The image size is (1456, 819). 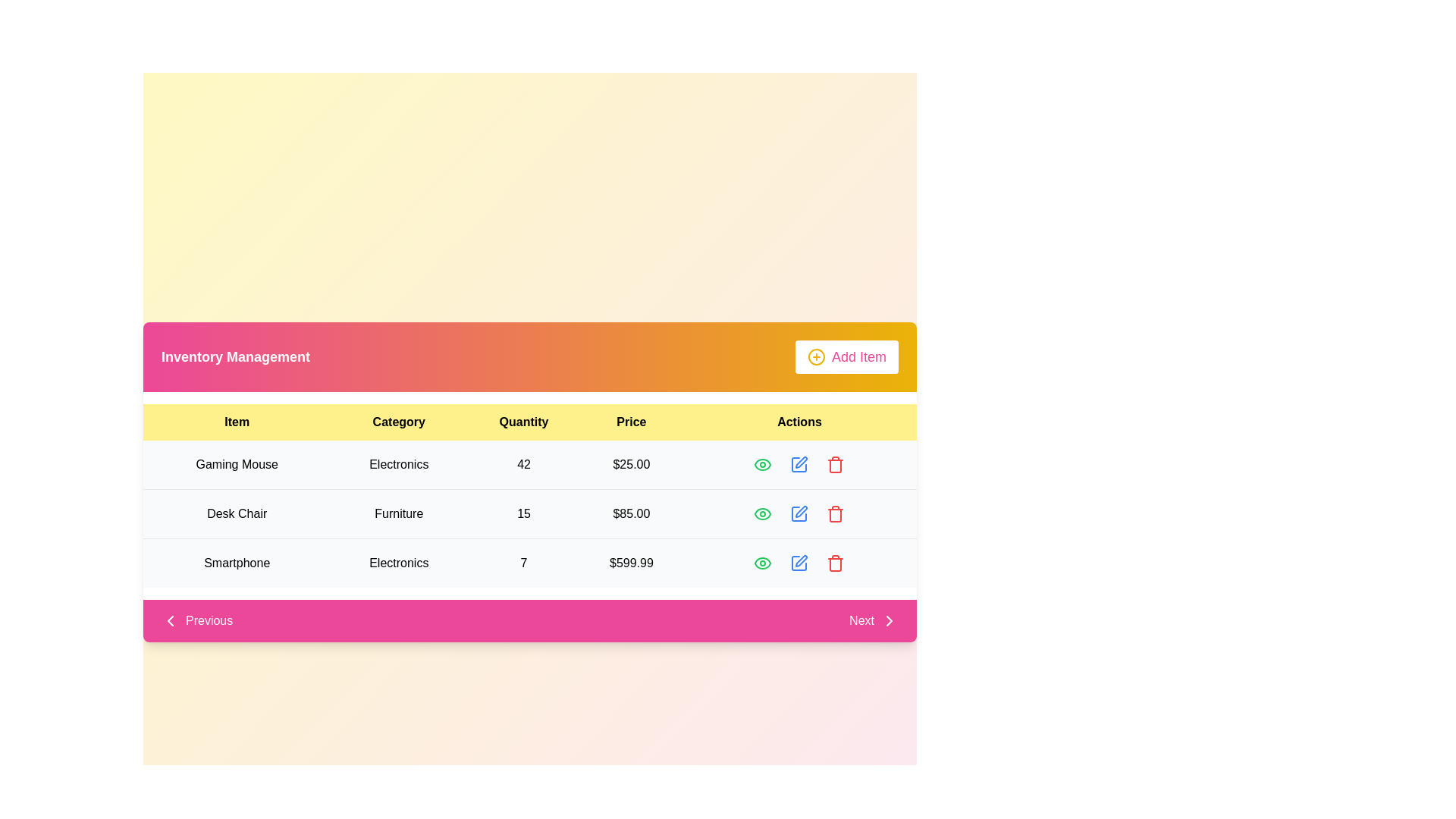 I want to click on the green eye-shaped icon in the 'Actions' column of the first row, so click(x=763, y=464).